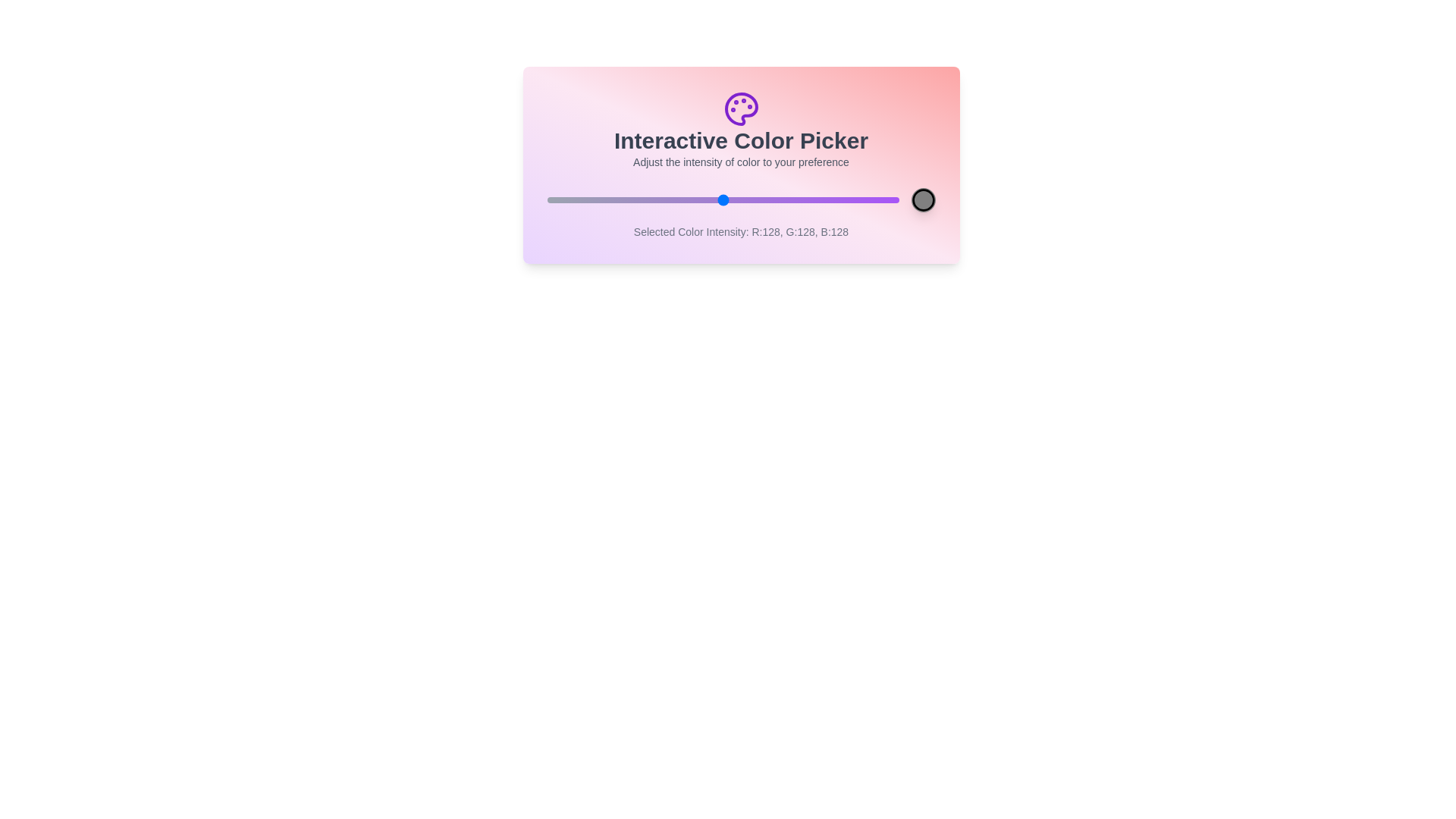  Describe the element at coordinates (585, 199) in the screenshot. I see `the color intensity to 28 by dragging the slider` at that location.